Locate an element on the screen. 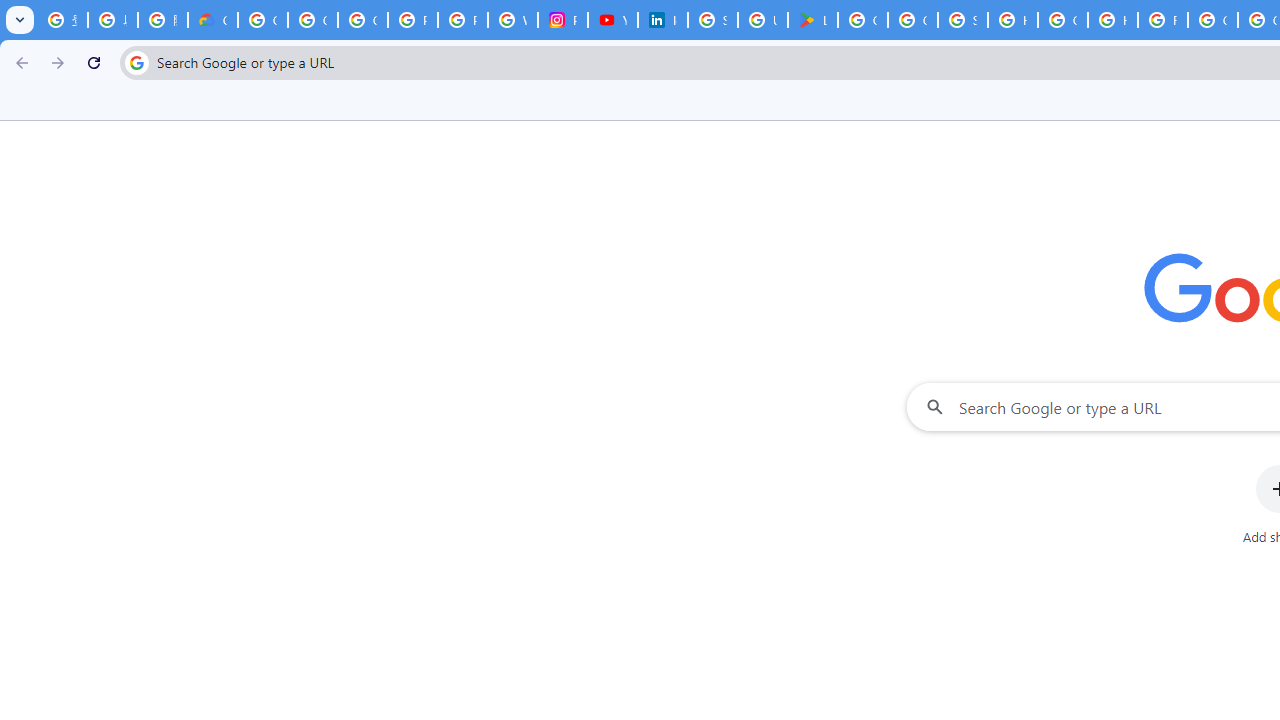 Image resolution: width=1280 pixels, height=720 pixels. 'Privacy Help Center - Policies Help' is located at coordinates (461, 20).